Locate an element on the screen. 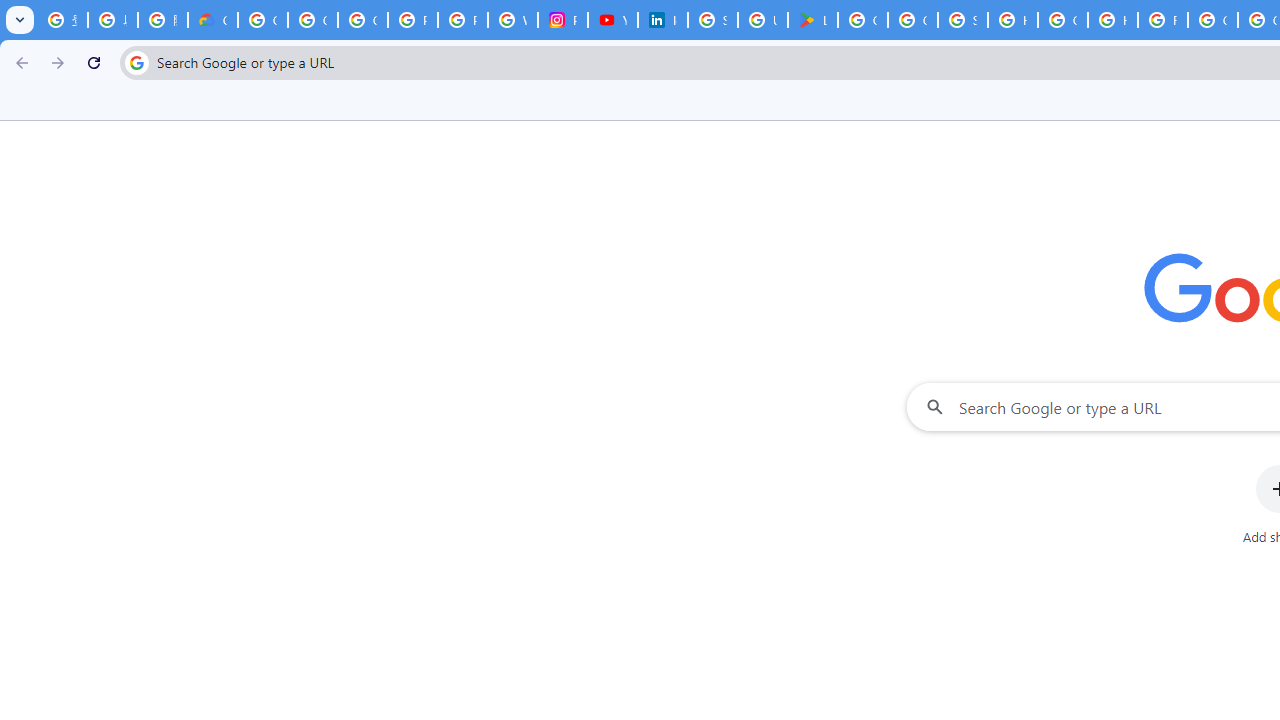 Image resolution: width=1280 pixels, height=720 pixels. 'Privacy Help Center - Policies Help' is located at coordinates (461, 20).